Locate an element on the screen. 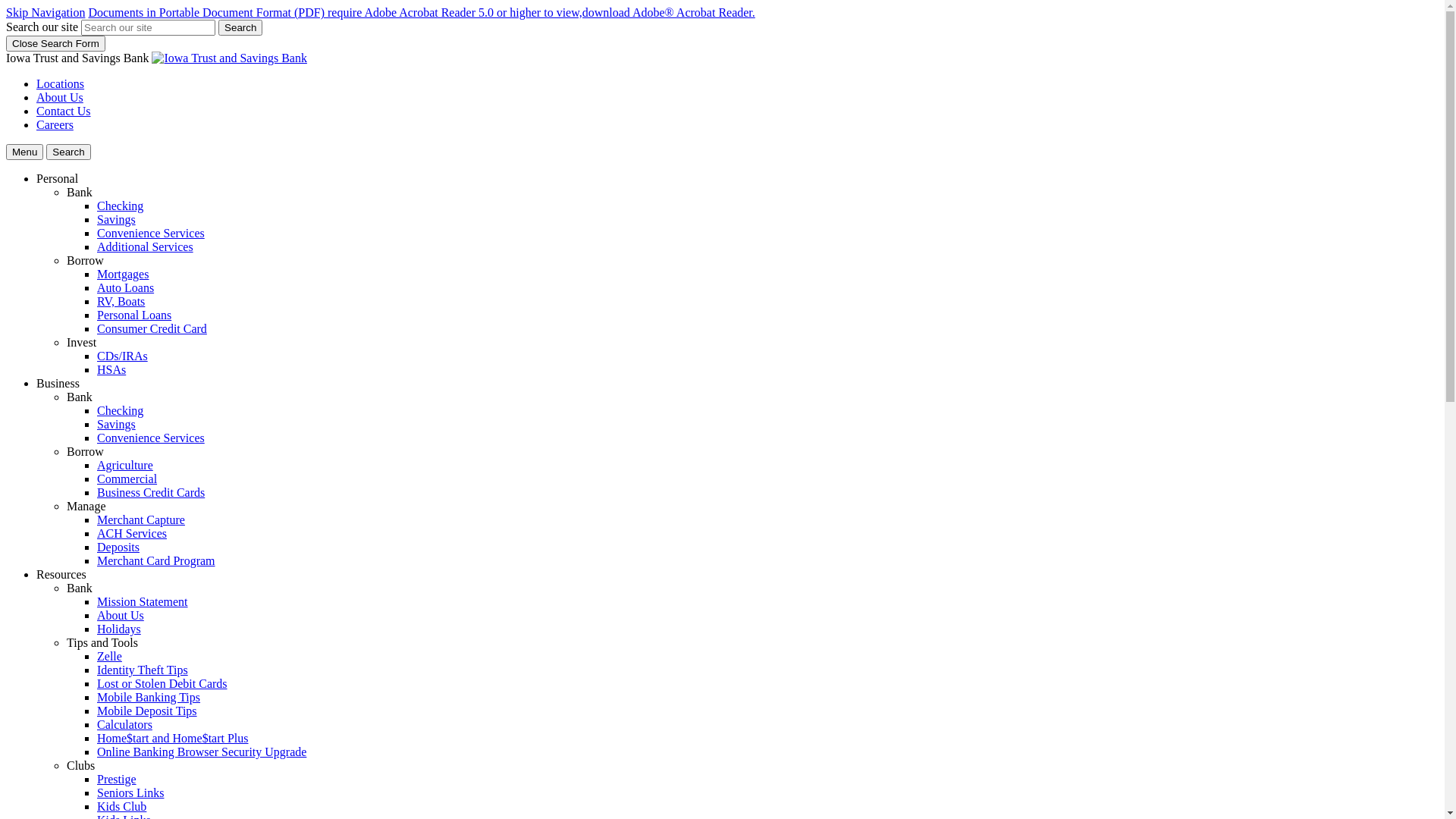  'Kids Club' is located at coordinates (96, 805).